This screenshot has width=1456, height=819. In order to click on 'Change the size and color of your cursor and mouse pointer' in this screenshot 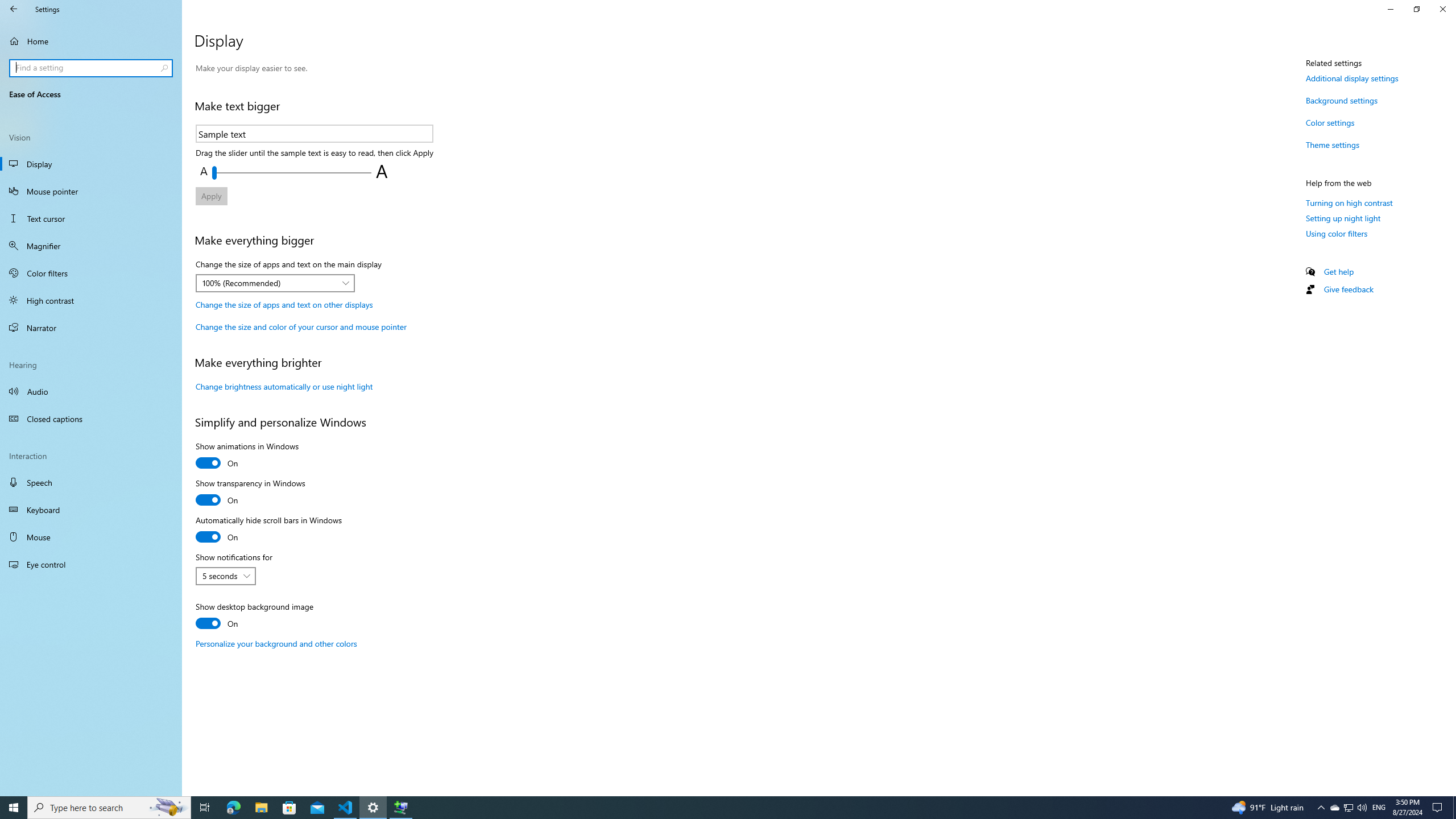, I will do `click(300, 326)`.